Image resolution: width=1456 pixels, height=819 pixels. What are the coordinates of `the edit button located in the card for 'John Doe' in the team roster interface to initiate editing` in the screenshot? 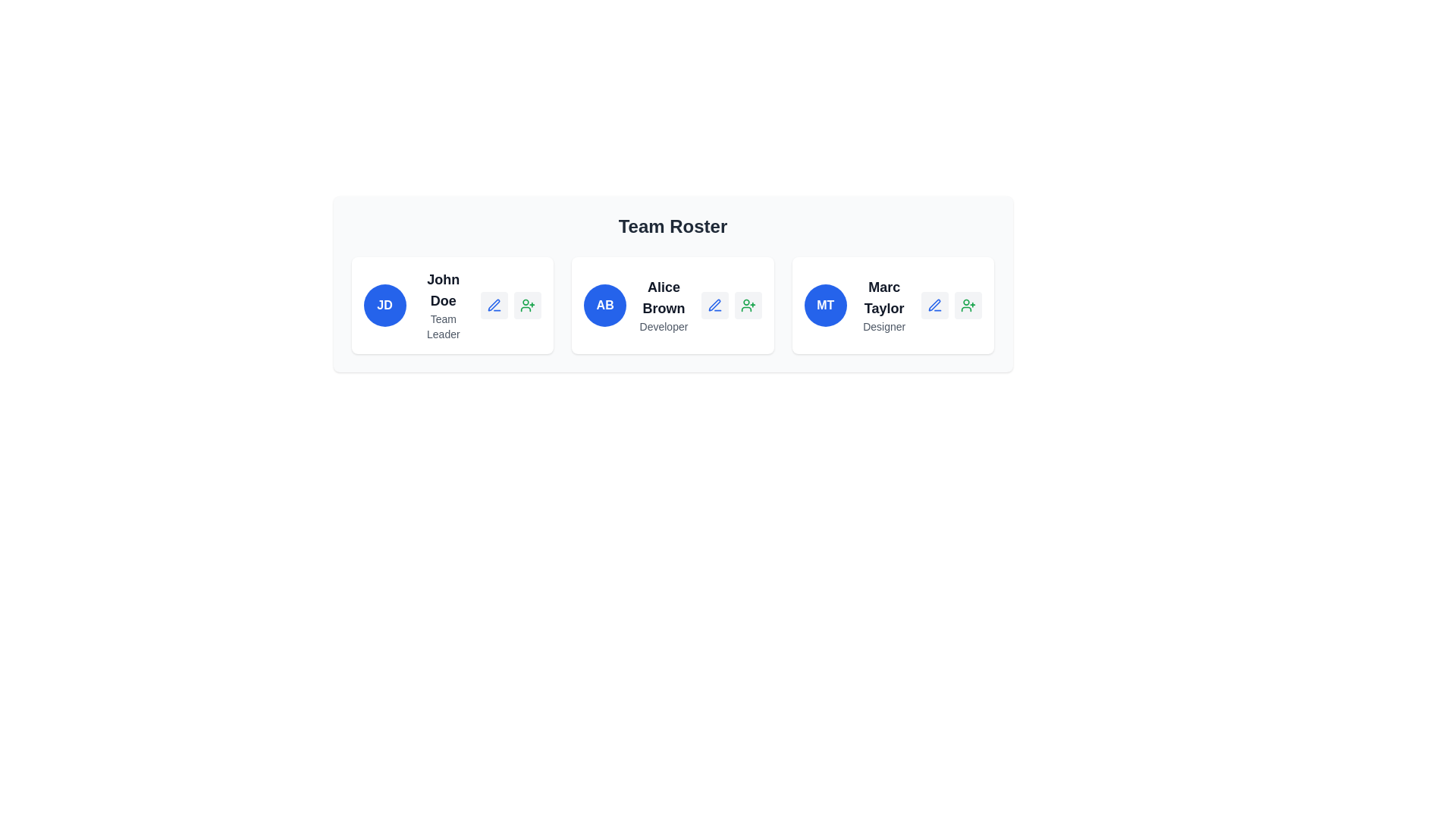 It's located at (494, 305).